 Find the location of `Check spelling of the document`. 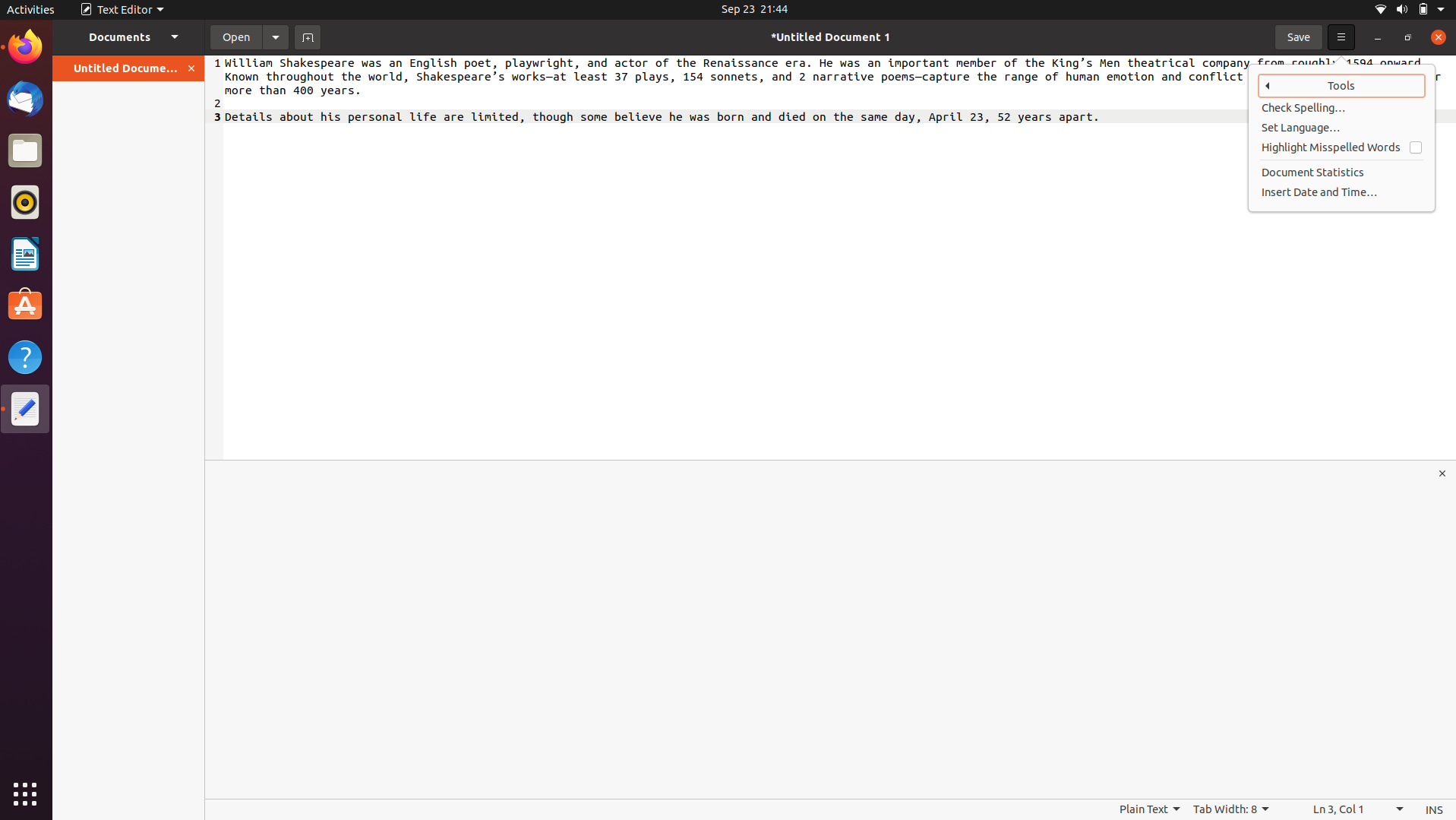

Check spelling of the document is located at coordinates (1342, 108).